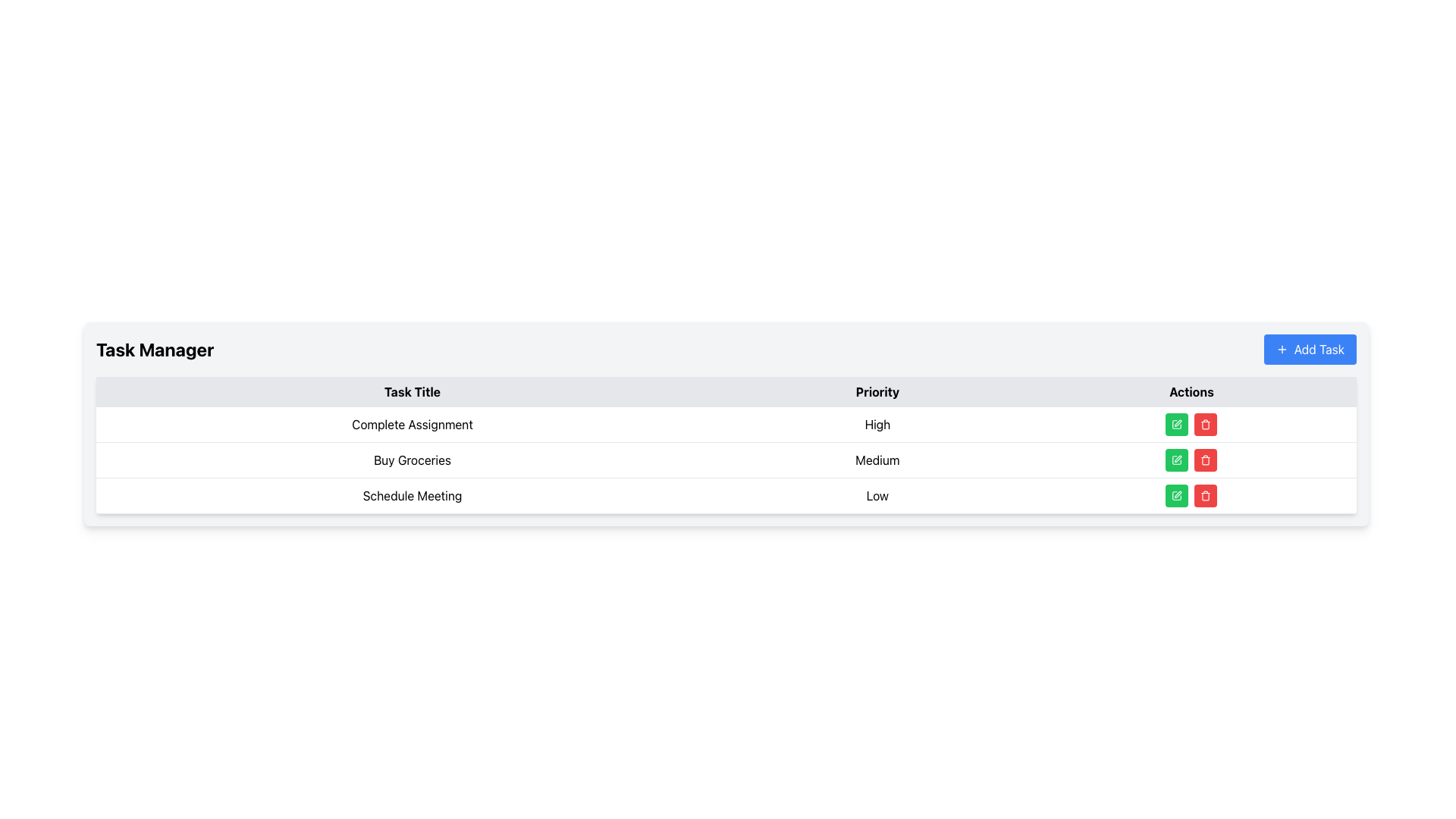  What do you see at coordinates (1205, 424) in the screenshot?
I see `the delete button in the 'Actions' column of the last row, which is associated with the 'Schedule Meeting' task` at bounding box center [1205, 424].